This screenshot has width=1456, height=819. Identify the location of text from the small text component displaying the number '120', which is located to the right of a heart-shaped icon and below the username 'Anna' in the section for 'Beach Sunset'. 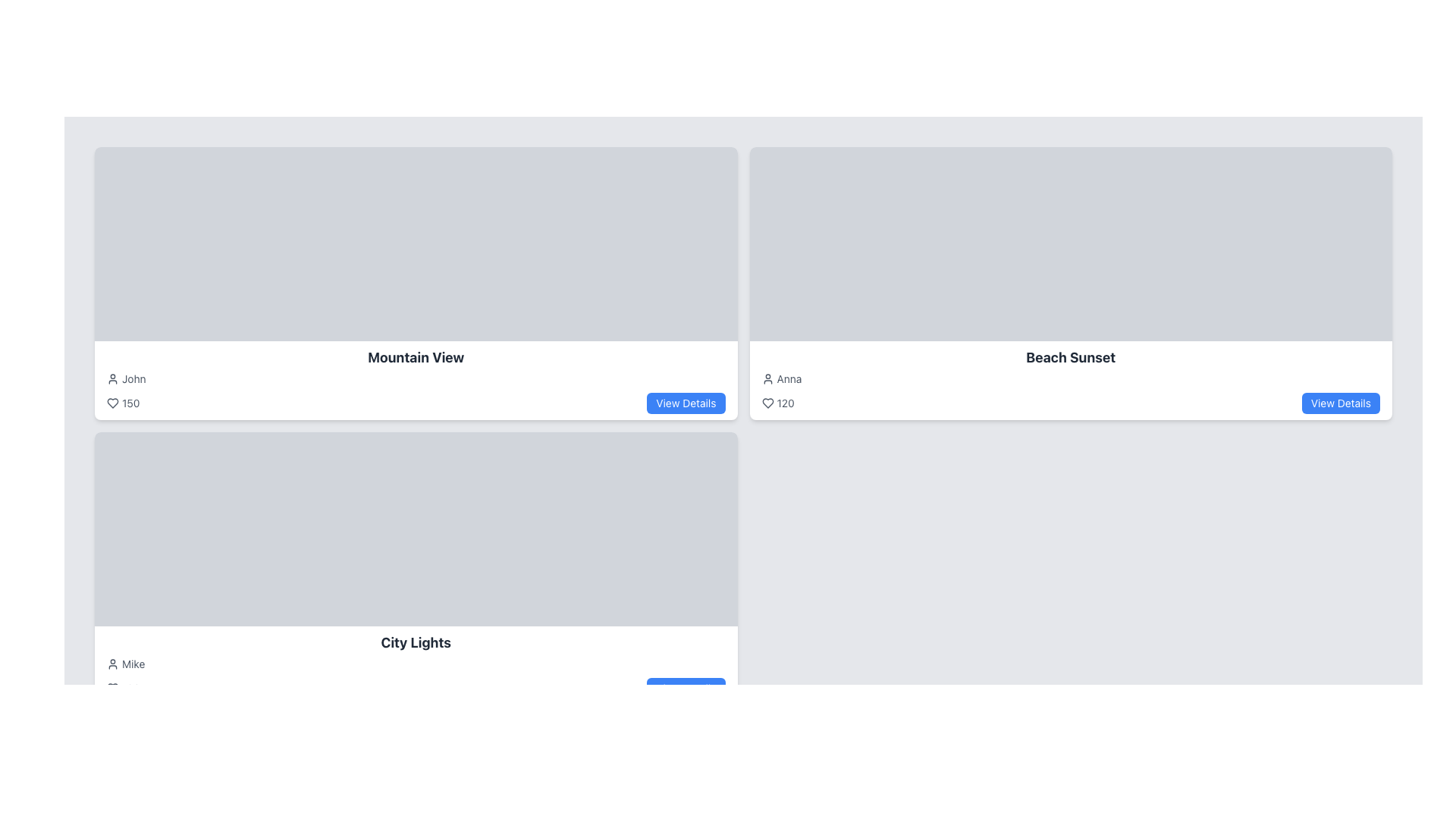
(778, 403).